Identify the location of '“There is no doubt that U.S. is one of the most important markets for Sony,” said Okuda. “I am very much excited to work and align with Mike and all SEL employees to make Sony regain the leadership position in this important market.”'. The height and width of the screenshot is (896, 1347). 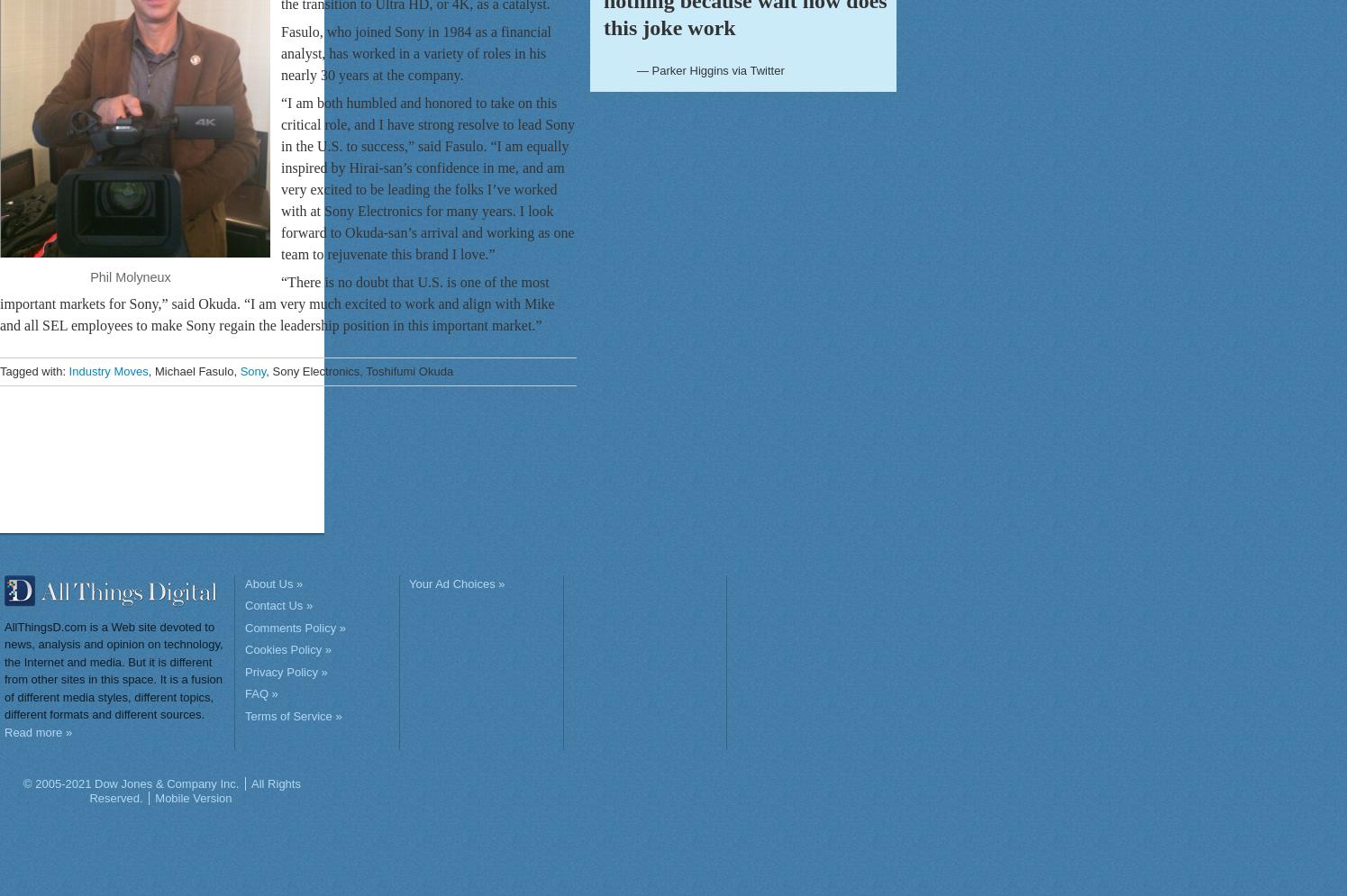
(276, 303).